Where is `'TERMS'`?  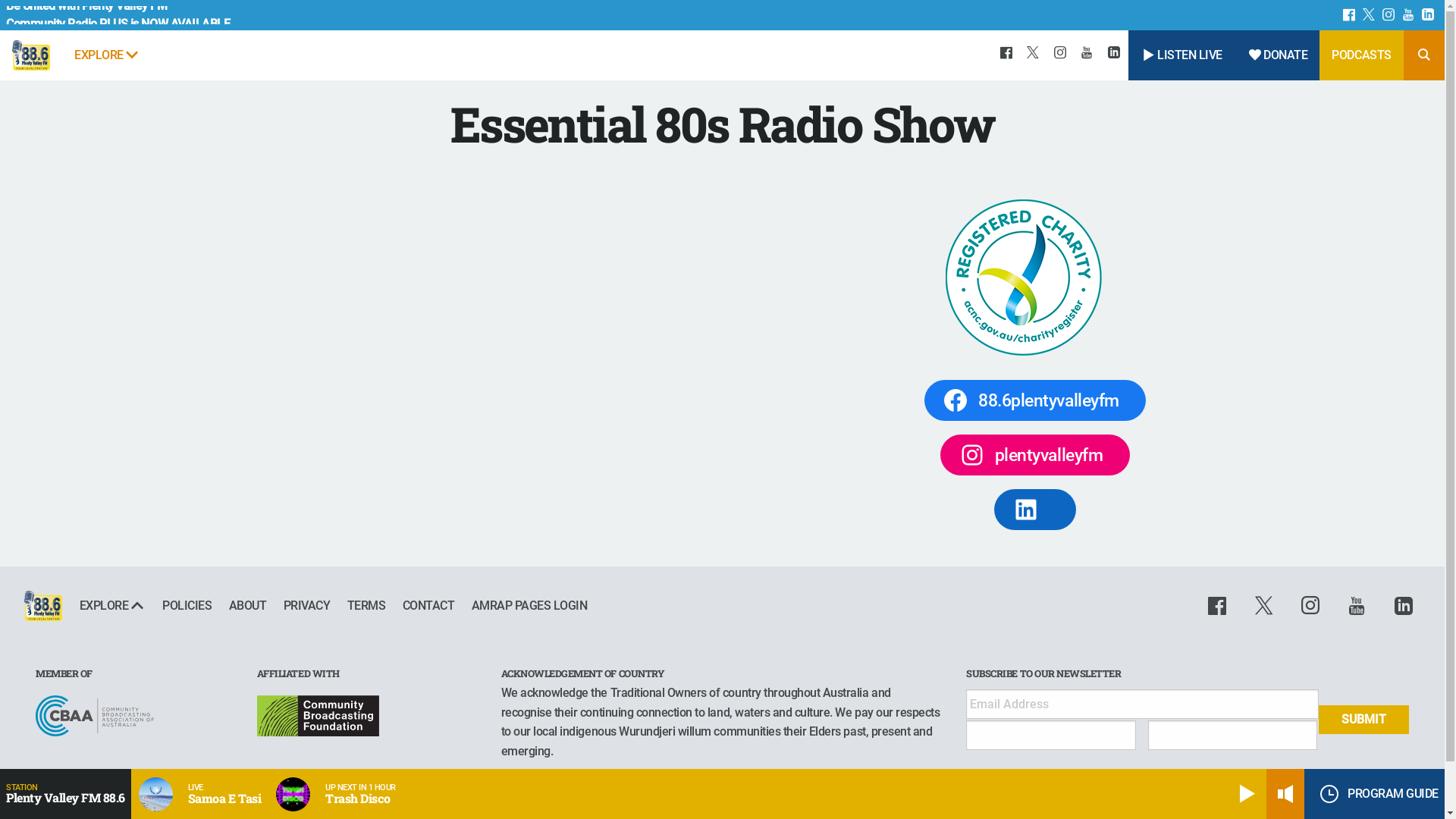
'TERMS' is located at coordinates (366, 604).